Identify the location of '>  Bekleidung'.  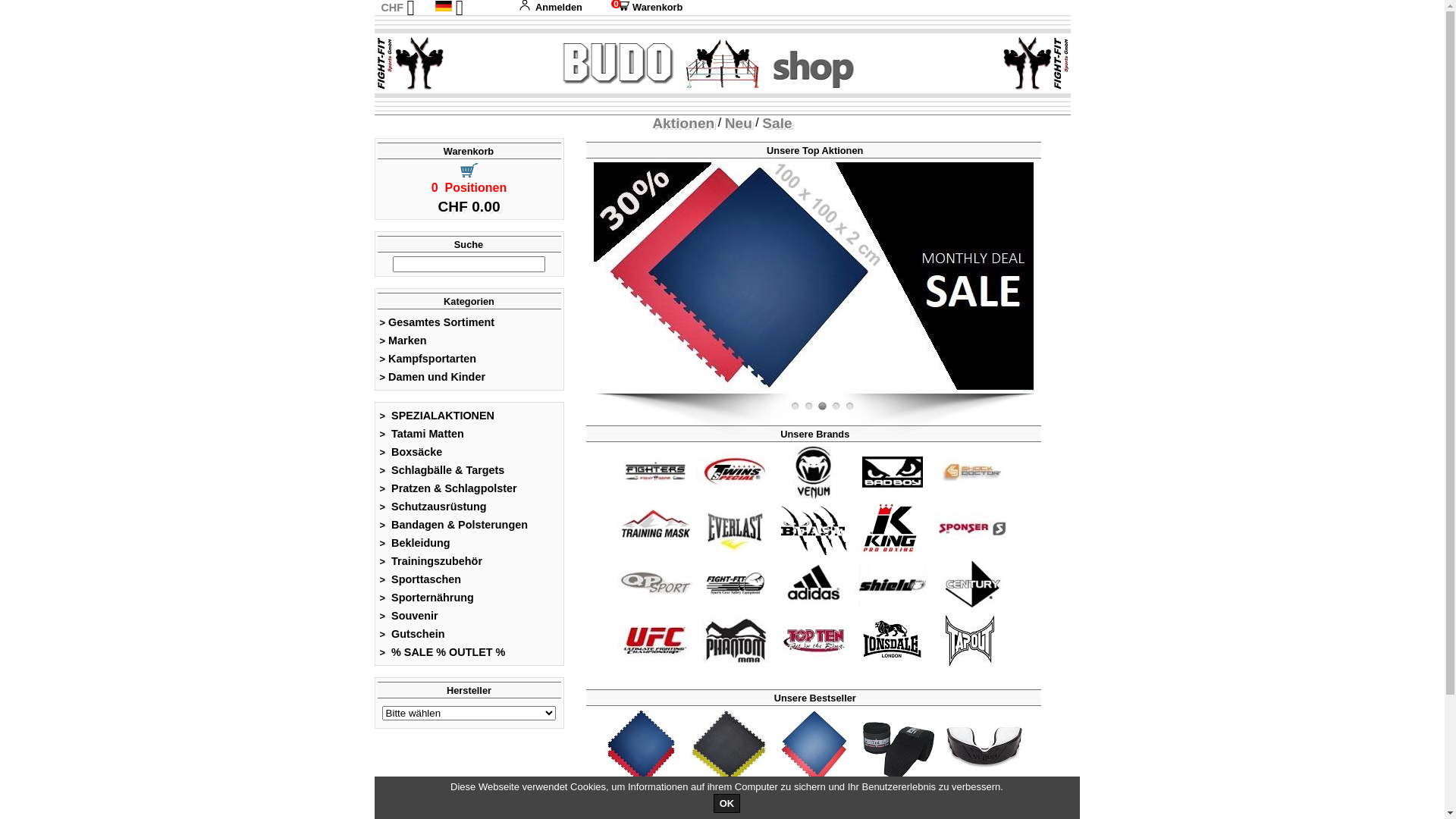
(415, 542).